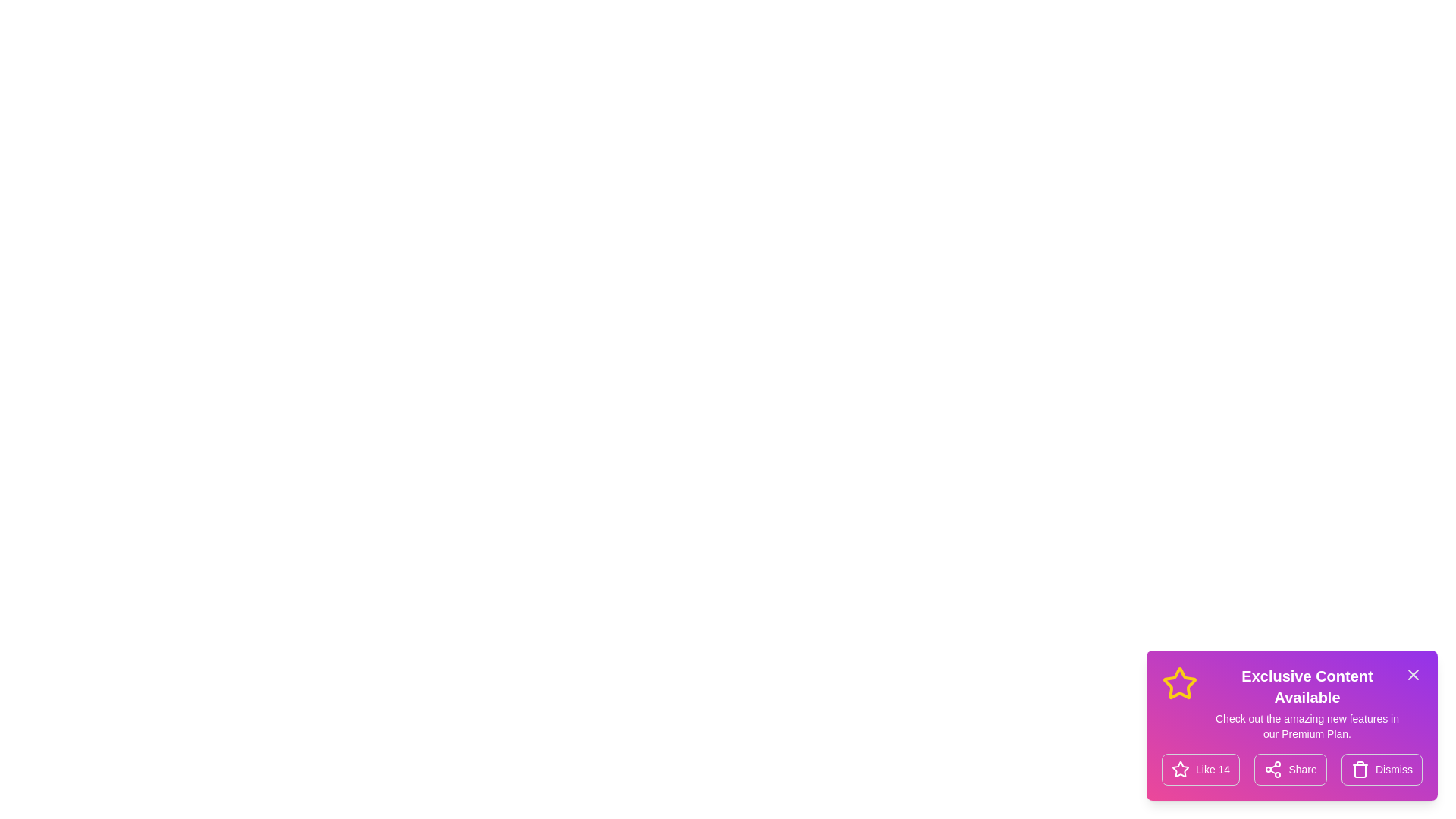 This screenshot has width=1456, height=819. What do you see at coordinates (1290, 769) in the screenshot?
I see `the 'Share' button to share the content` at bounding box center [1290, 769].